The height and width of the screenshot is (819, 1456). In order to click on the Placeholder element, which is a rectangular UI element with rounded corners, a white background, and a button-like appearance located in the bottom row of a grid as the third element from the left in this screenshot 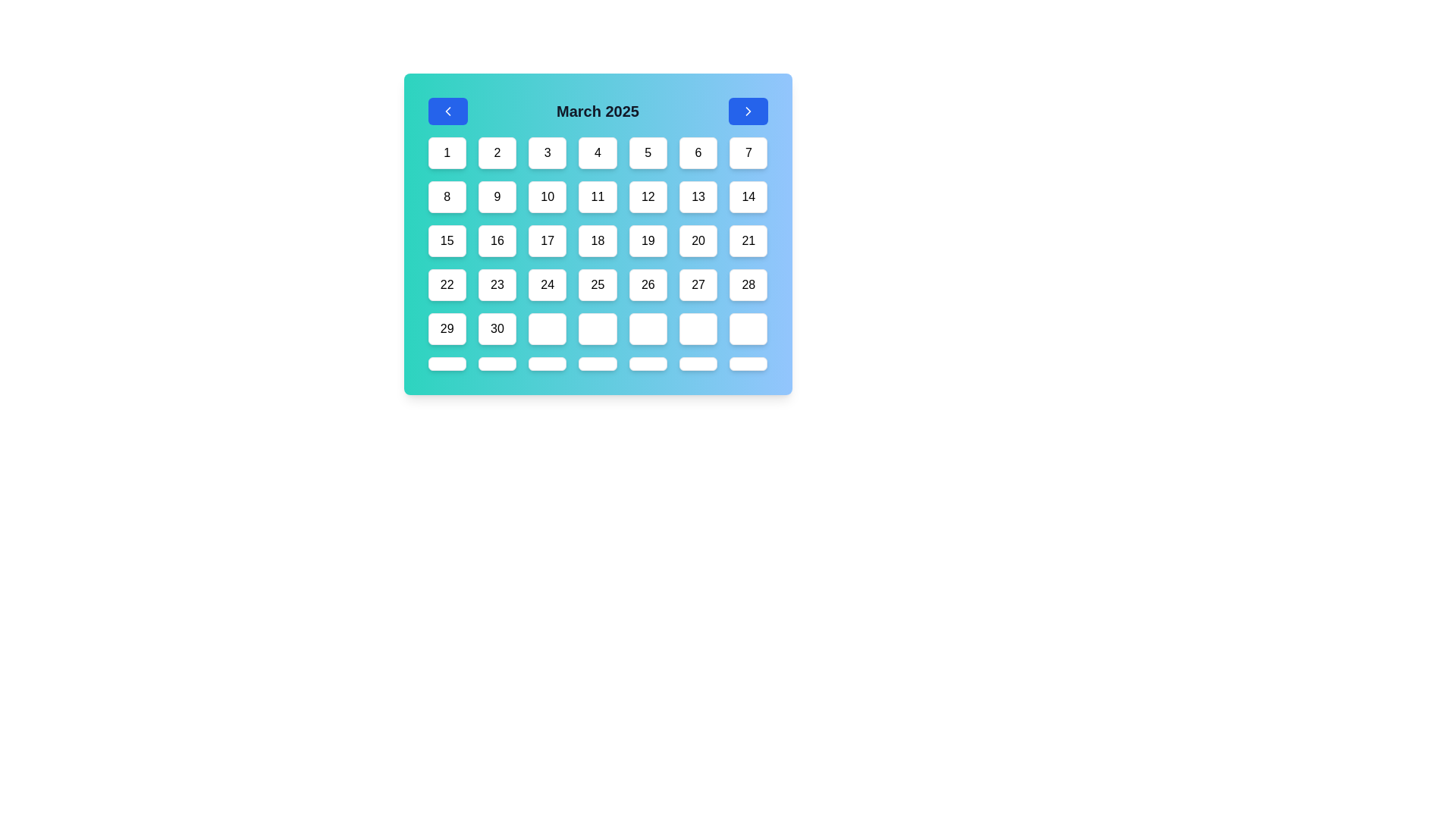, I will do `click(547, 363)`.